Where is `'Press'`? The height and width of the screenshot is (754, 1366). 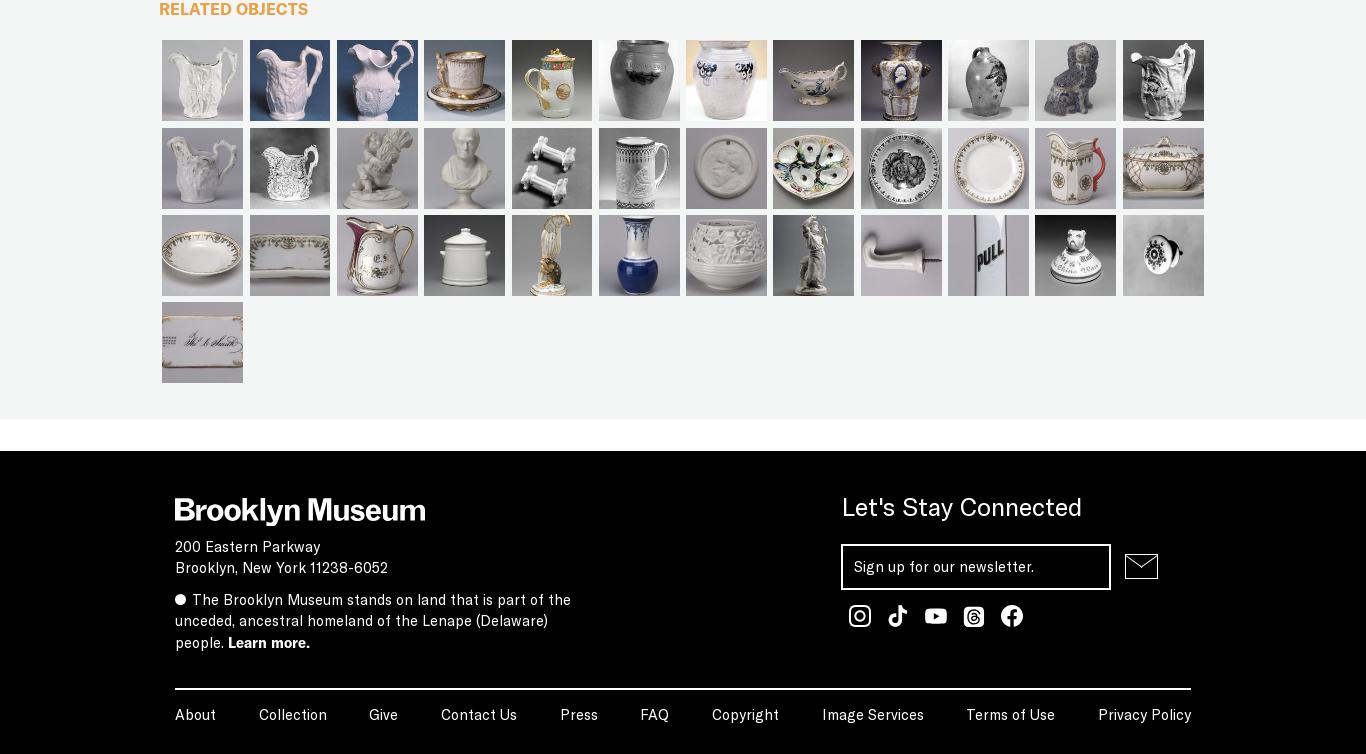 'Press' is located at coordinates (576, 712).